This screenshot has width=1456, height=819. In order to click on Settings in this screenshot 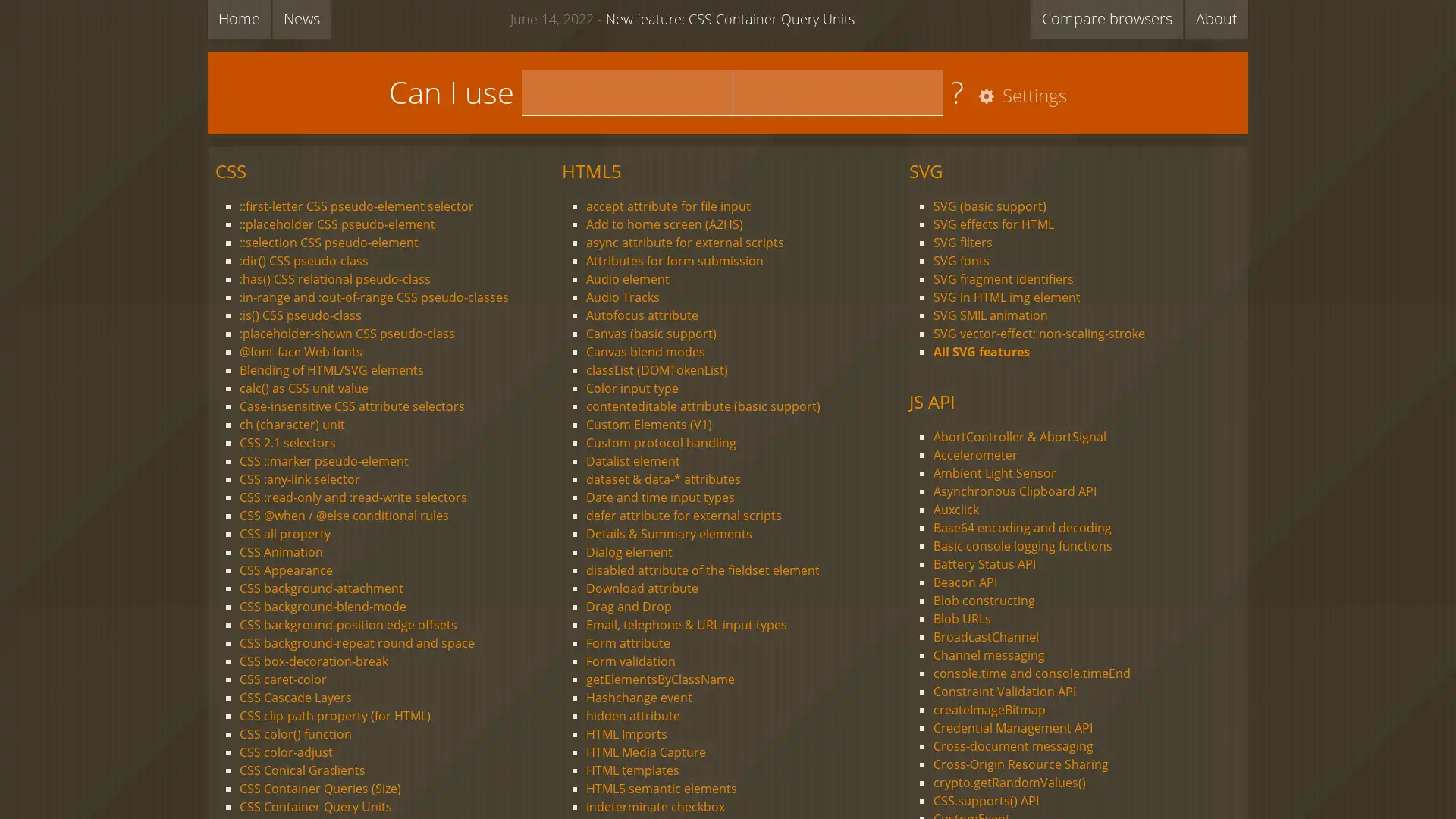, I will do `click(1019, 96)`.